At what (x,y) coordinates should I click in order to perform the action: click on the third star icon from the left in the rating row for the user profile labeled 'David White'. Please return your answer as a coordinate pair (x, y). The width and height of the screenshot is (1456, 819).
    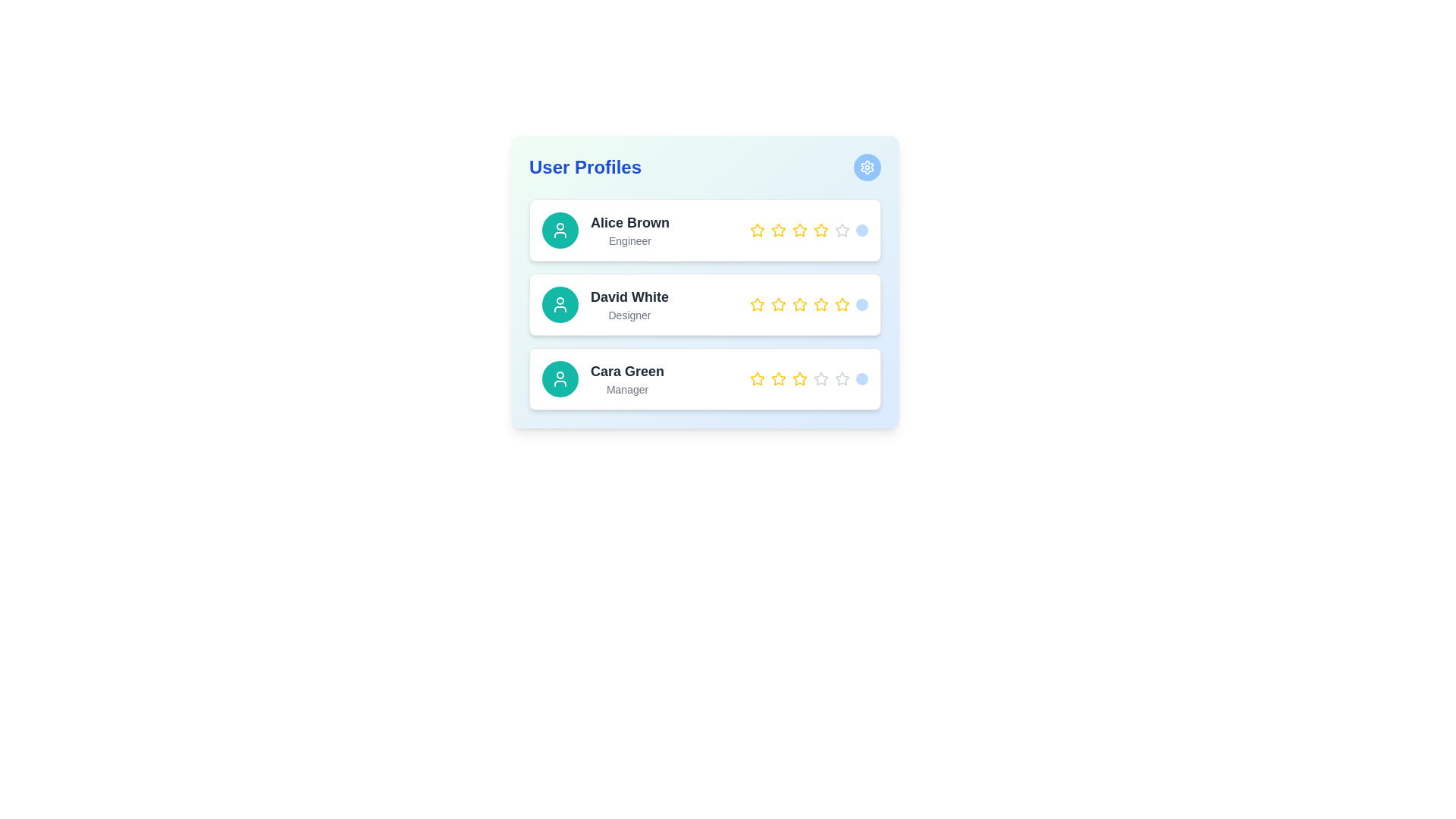
    Looking at the image, I should click on (799, 304).